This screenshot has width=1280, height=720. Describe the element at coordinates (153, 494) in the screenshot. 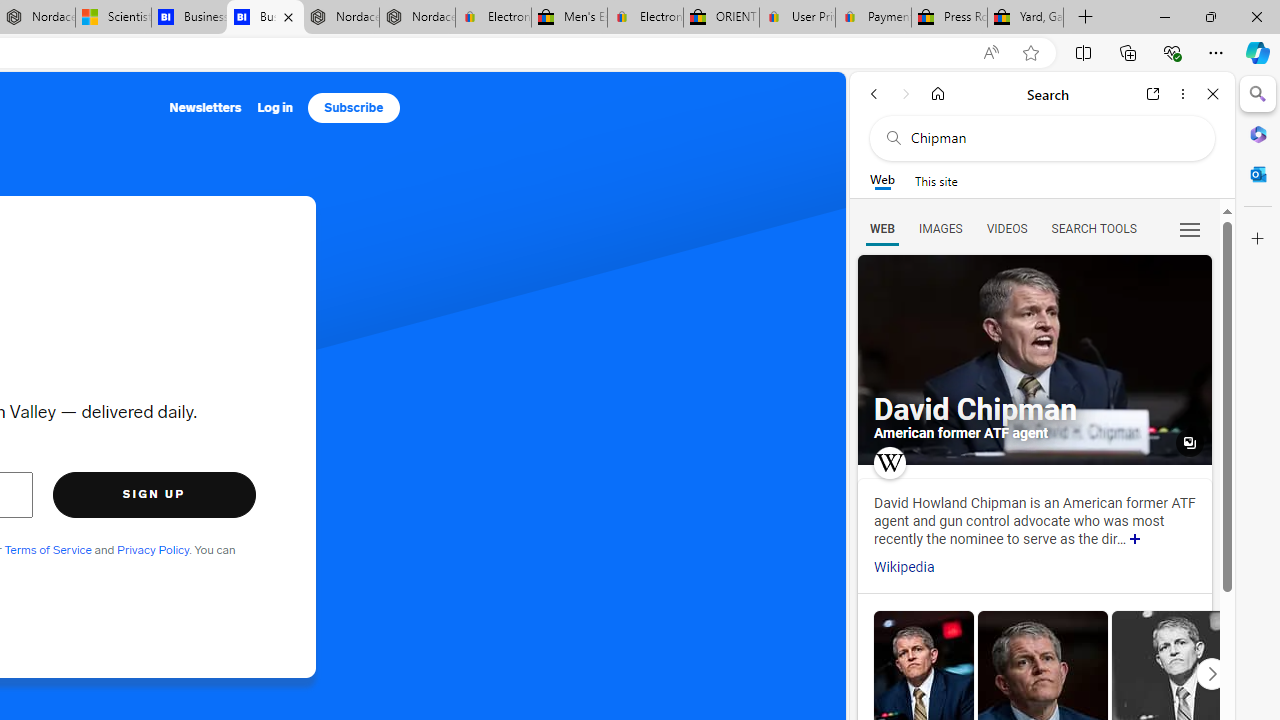

I see `'SIGN UP'` at that location.